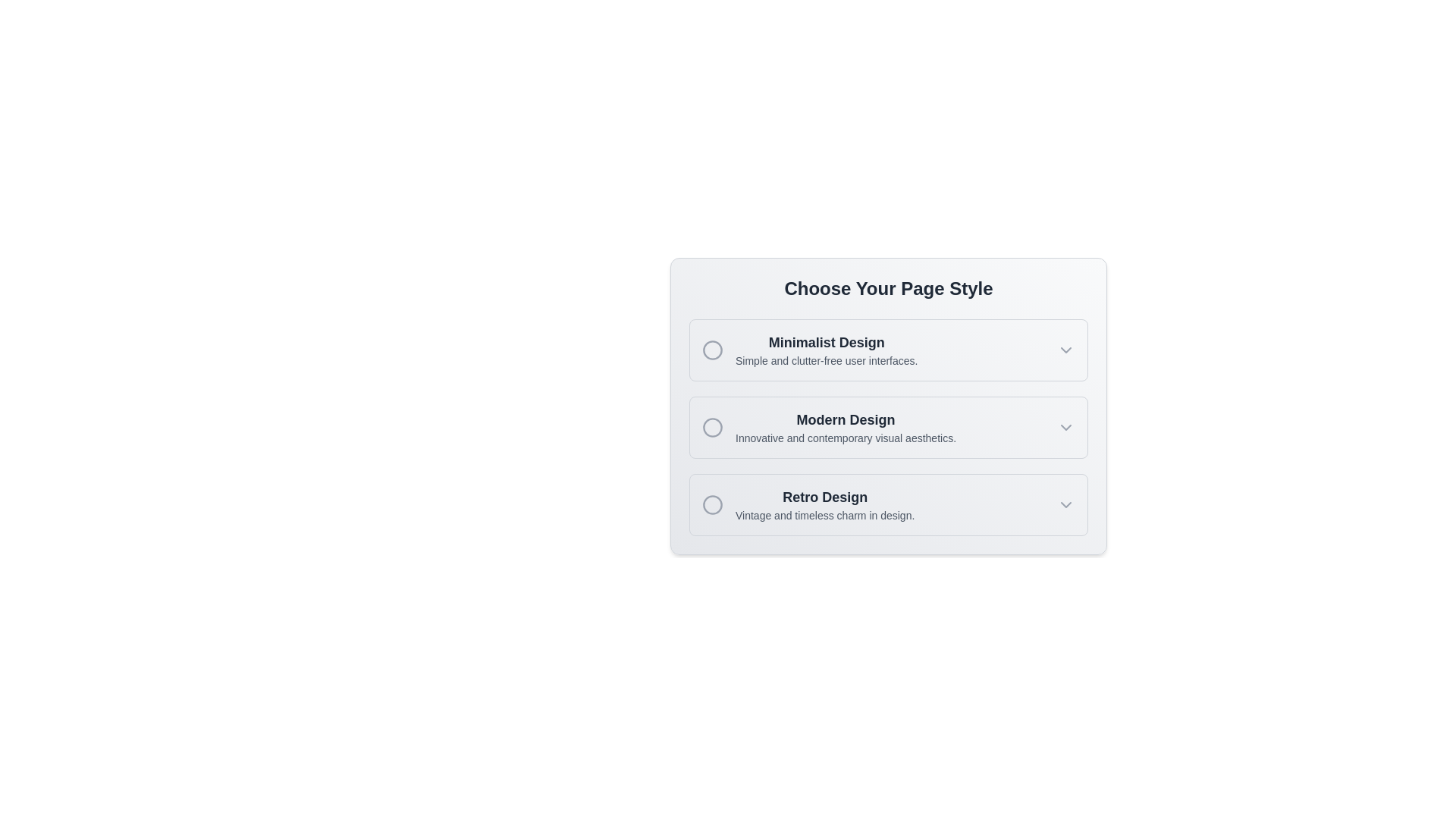 This screenshot has width=1456, height=819. Describe the element at coordinates (712, 350) in the screenshot. I see `selected state circle icon representing the 'Minimalist Design' option for debugging` at that location.